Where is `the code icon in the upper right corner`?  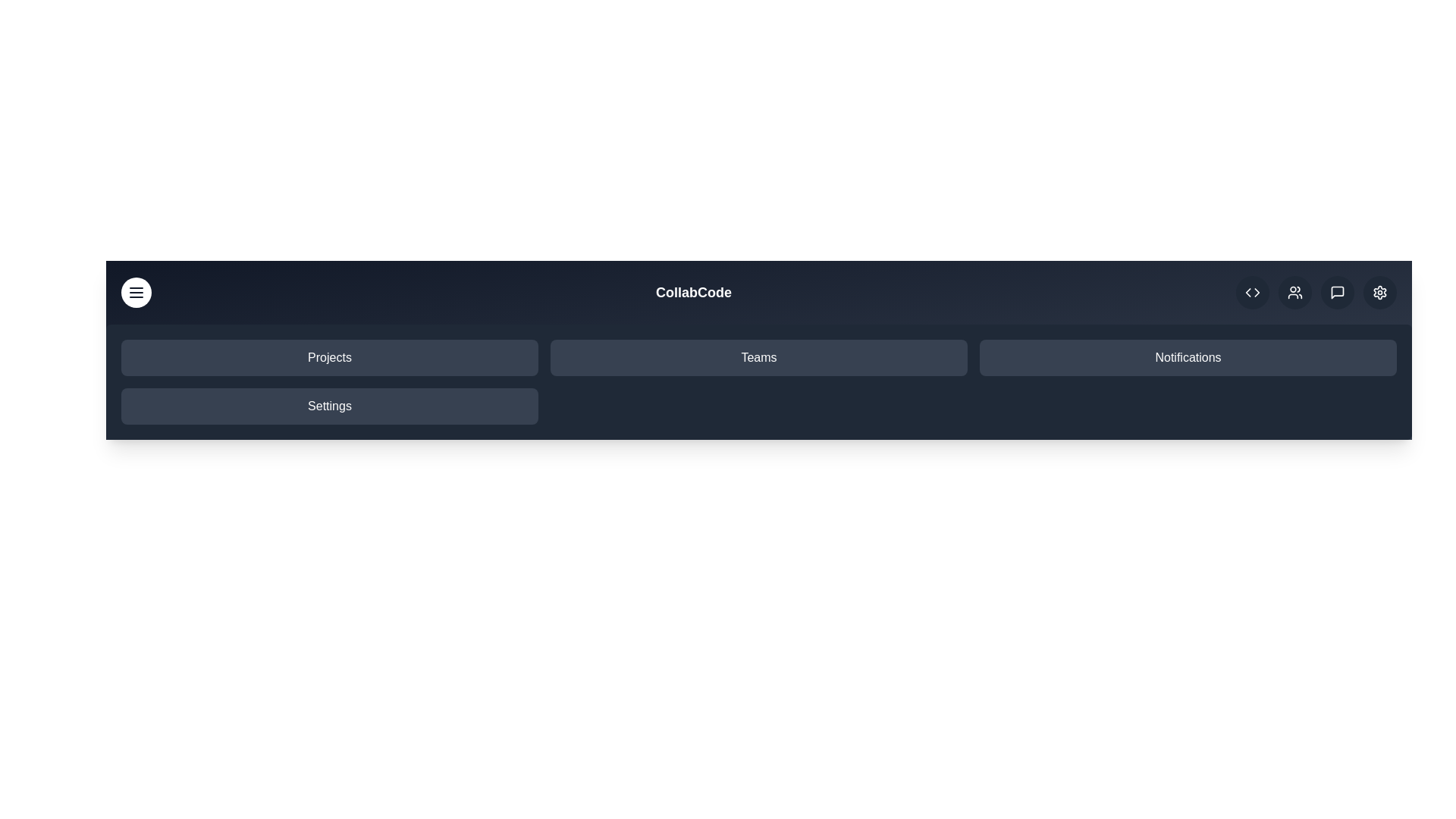 the code icon in the upper right corner is located at coordinates (1252, 292).